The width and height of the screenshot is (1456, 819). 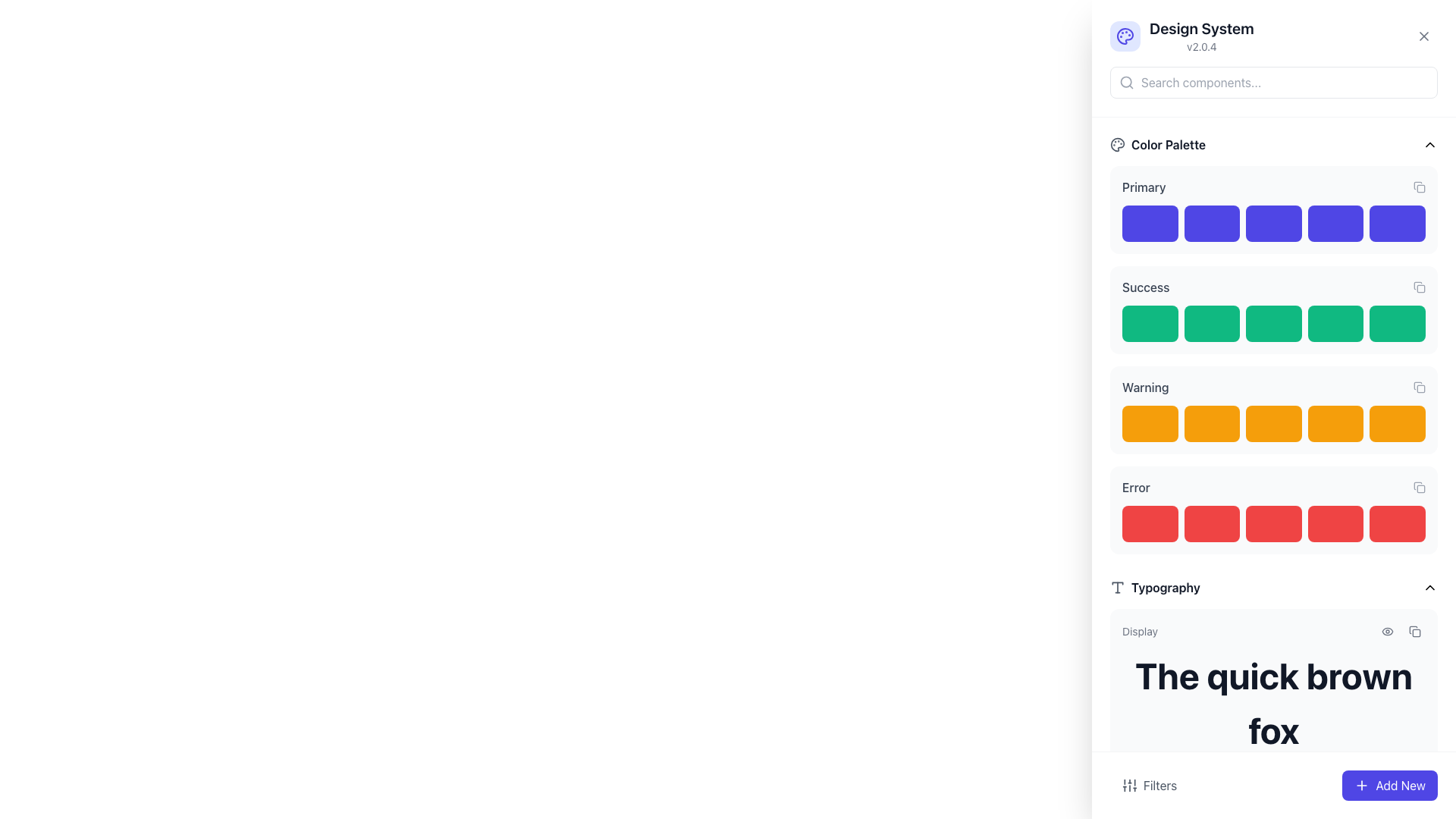 I want to click on the gray icon button resembling a copy functionality located at the top-right corner of the 'Warning' section, so click(x=1419, y=386).